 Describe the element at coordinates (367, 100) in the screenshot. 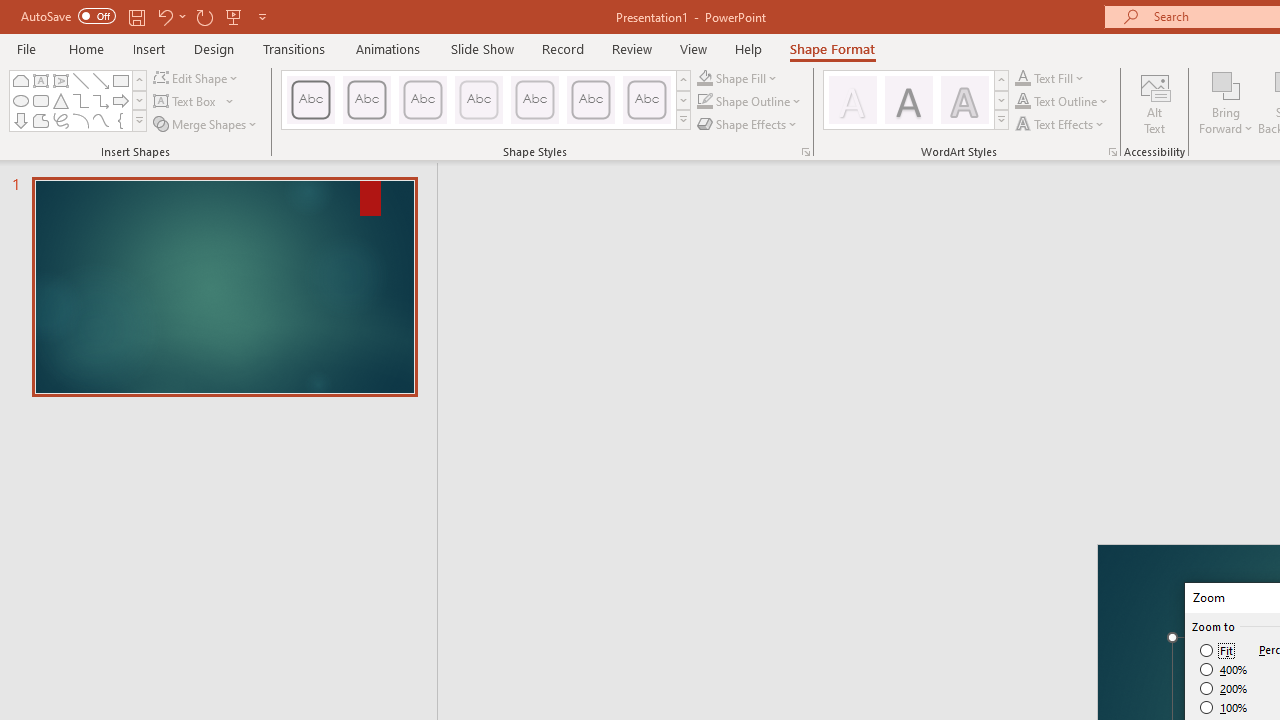

I see `'Colored Outline - Dark Red, Accent 1'` at that location.